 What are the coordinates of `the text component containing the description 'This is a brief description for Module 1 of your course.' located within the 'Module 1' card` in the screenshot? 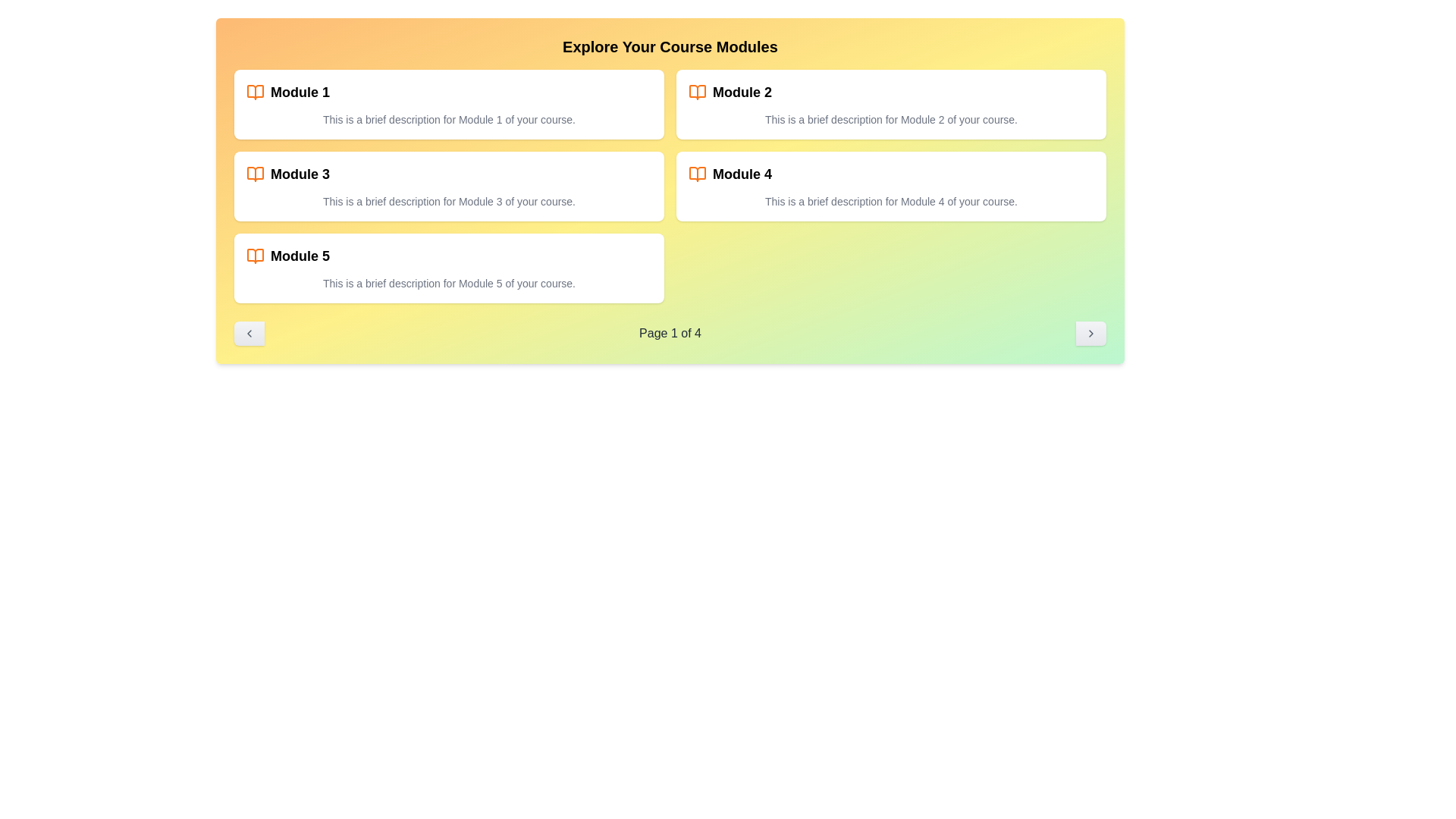 It's located at (448, 119).